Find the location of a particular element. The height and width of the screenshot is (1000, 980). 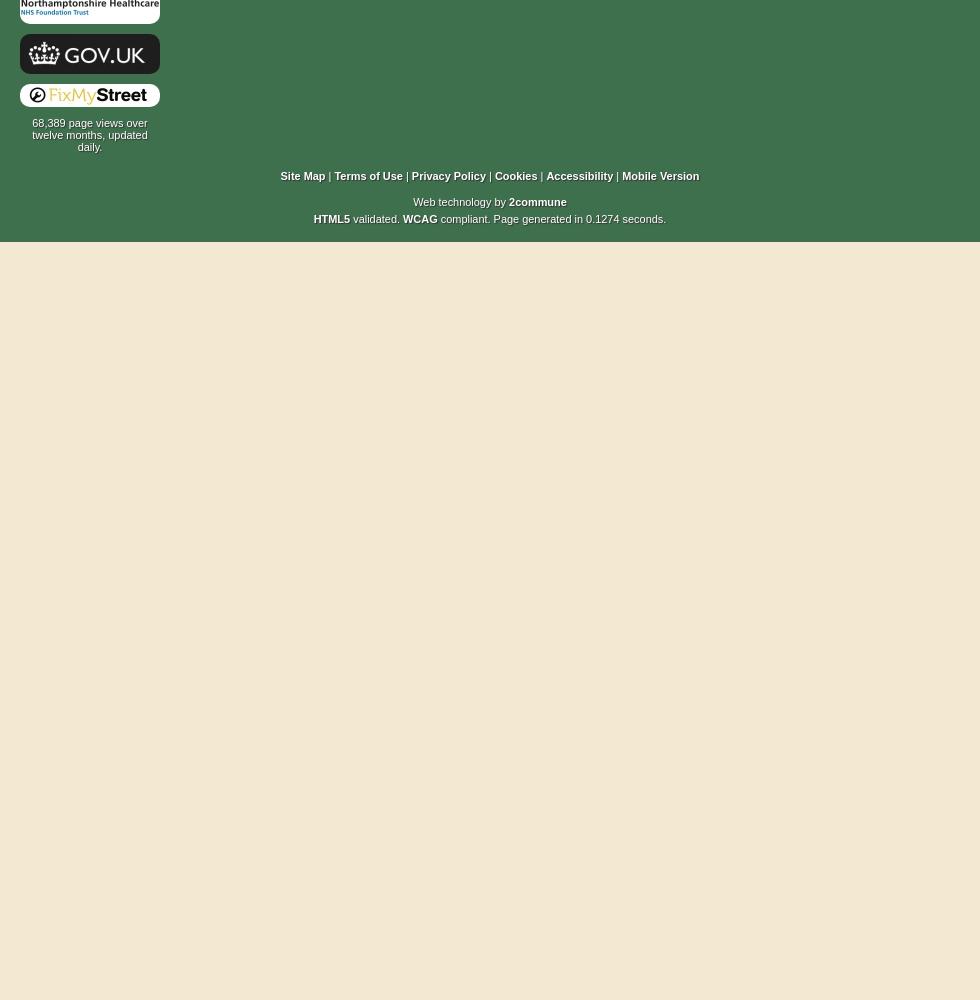

'Accessibility' is located at coordinates (579, 176).